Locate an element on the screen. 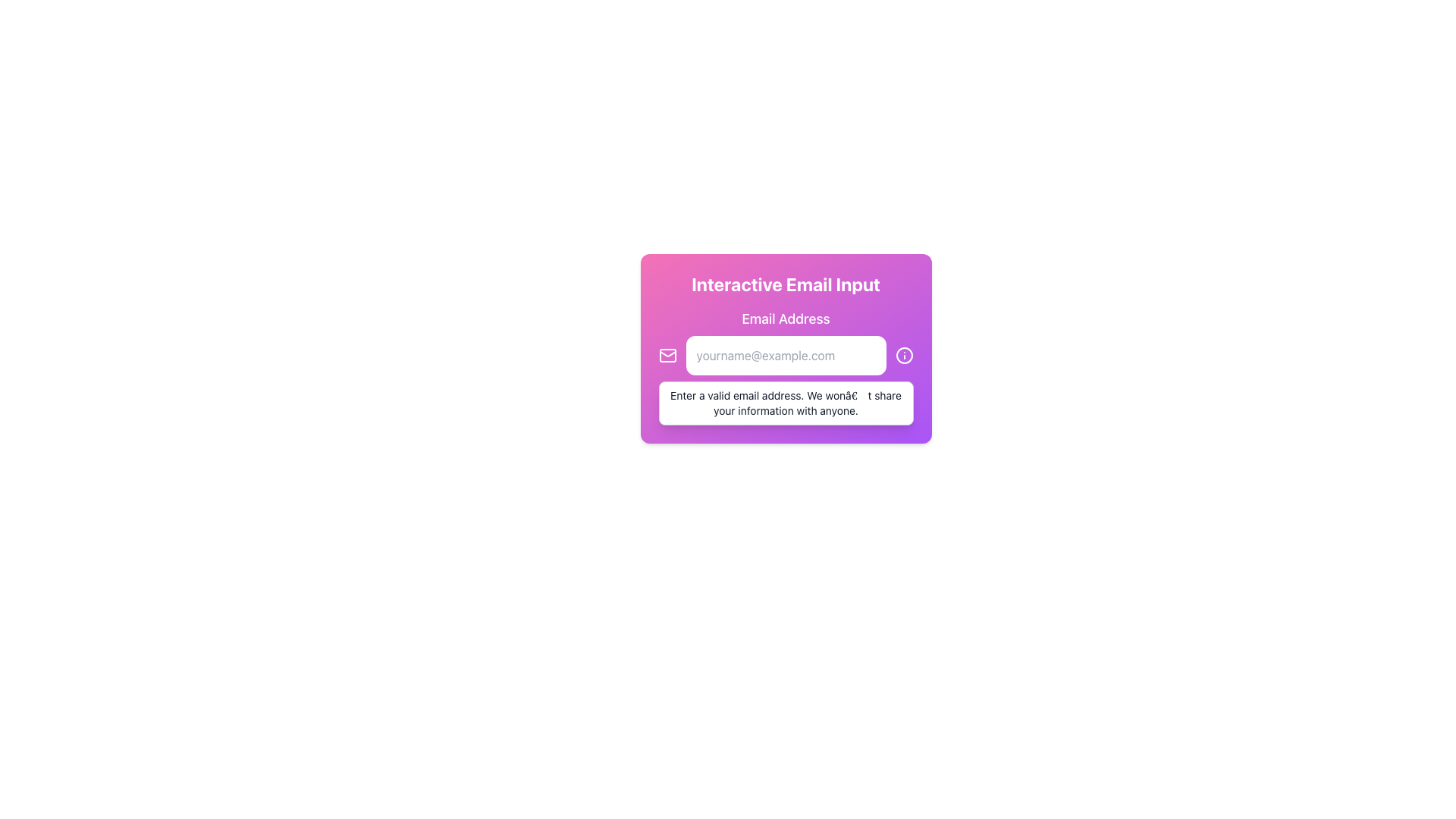  the help text area of the 'Interactive Email Input' panel, which contains the text 'Enter a valid email address. We won’t share your information with anyone.' is located at coordinates (786, 348).